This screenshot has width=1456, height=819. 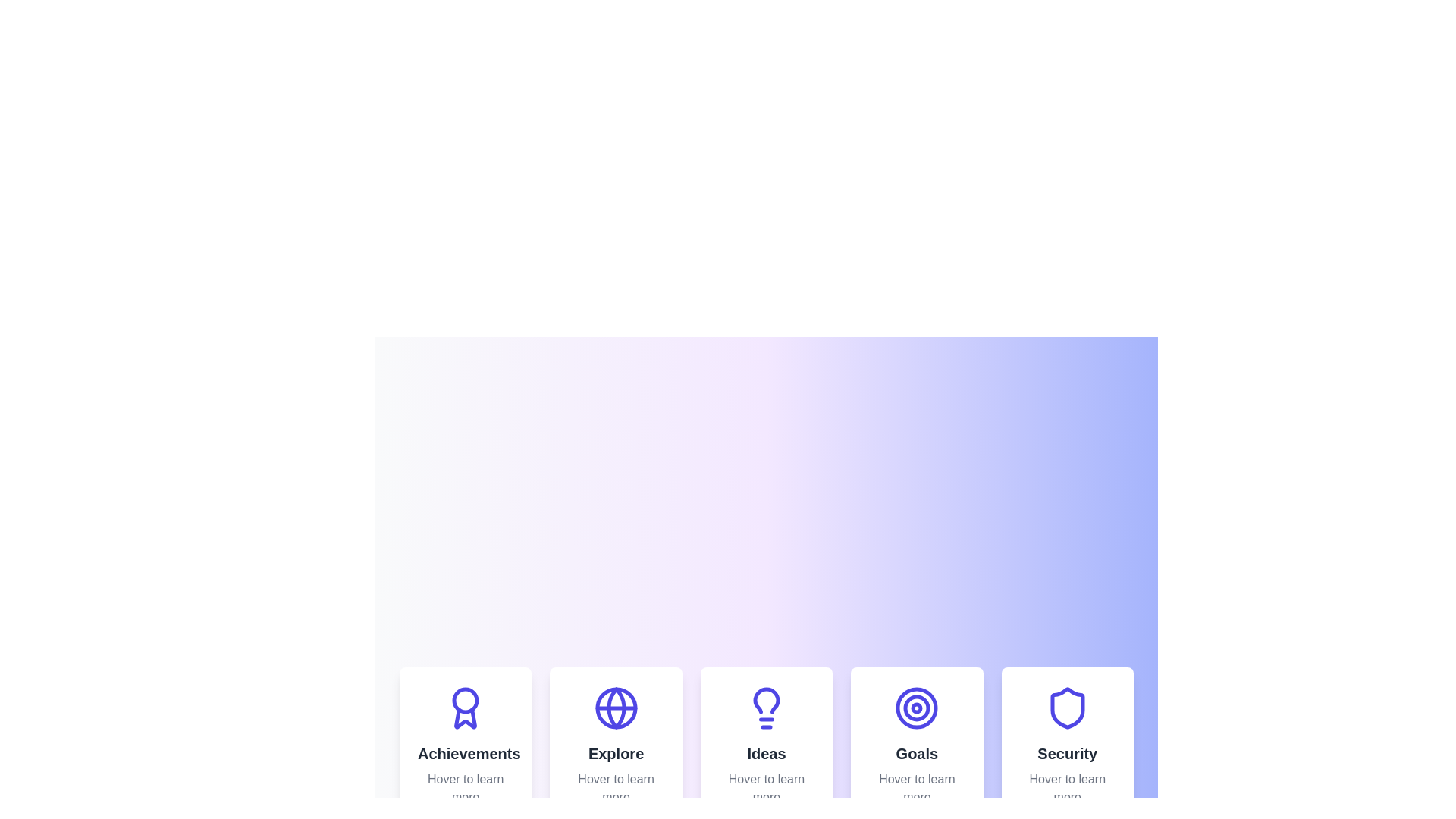 What do you see at coordinates (616, 708) in the screenshot?
I see `the globe icon, which is a circular graphic with overlapping lines in indigo color, located in the second card above the text 'Explore'` at bounding box center [616, 708].